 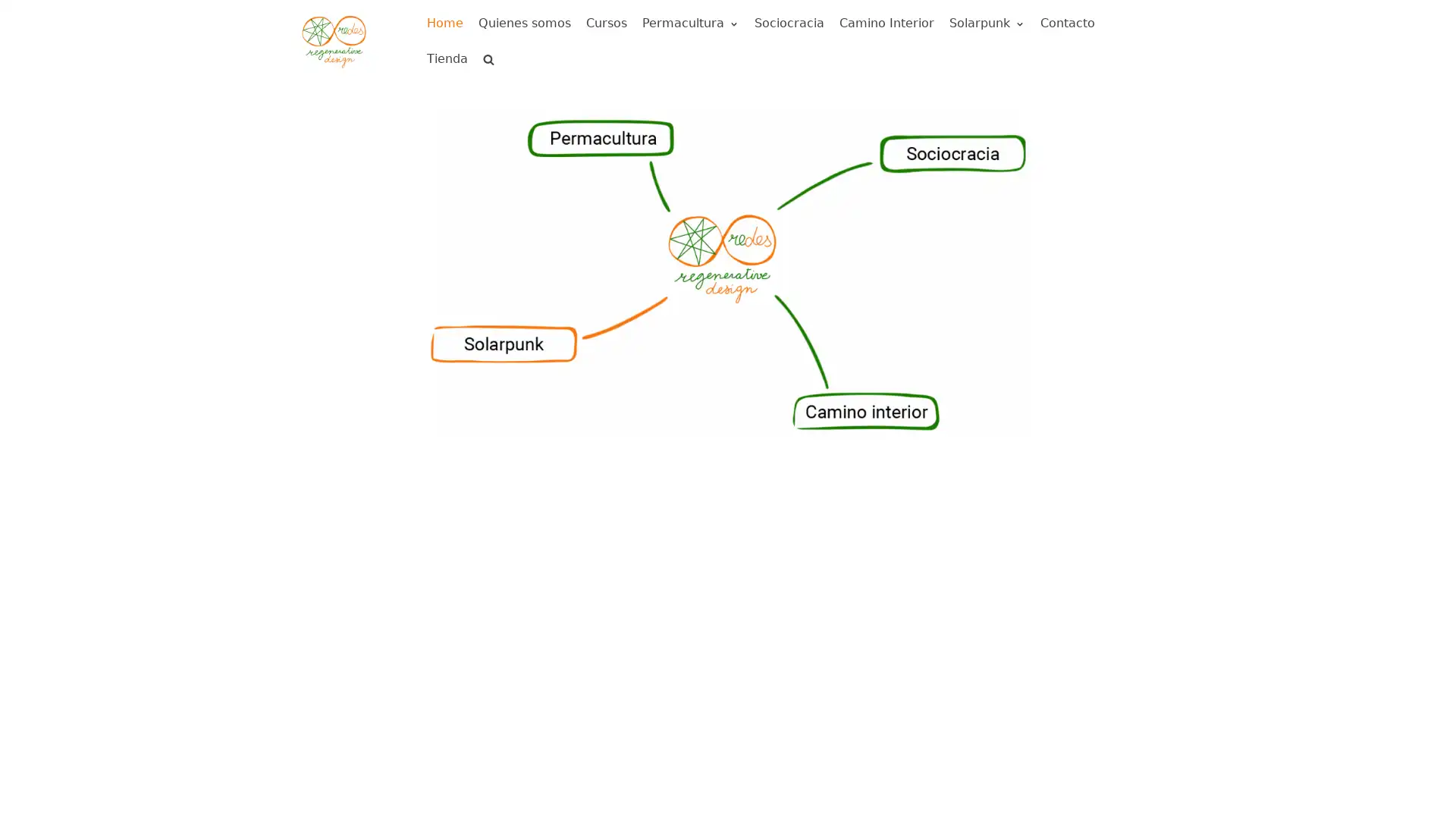 I want to click on Buscar, so click(x=461, y=93).